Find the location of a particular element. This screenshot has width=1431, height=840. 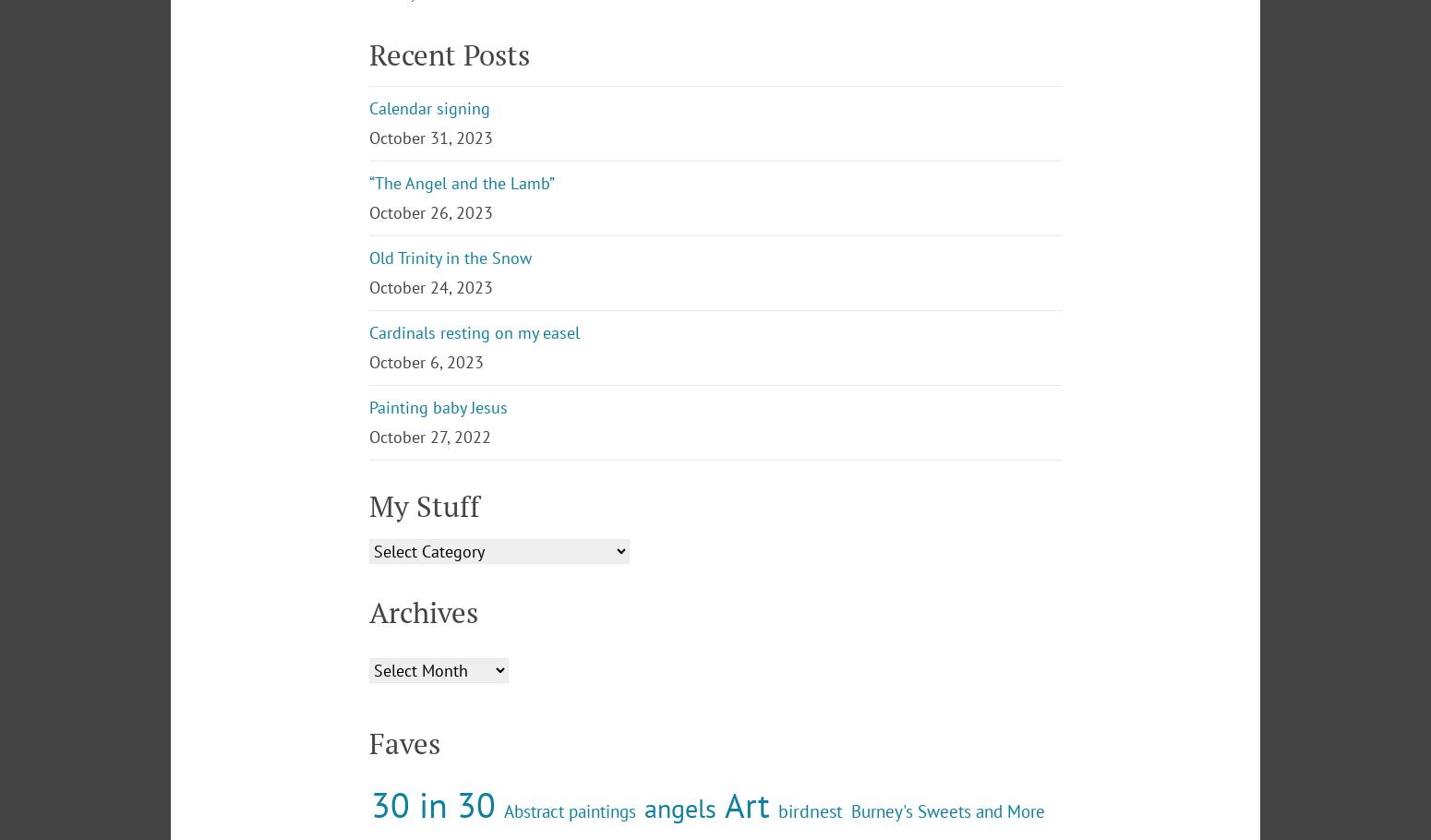

'My Stuff' is located at coordinates (369, 657).